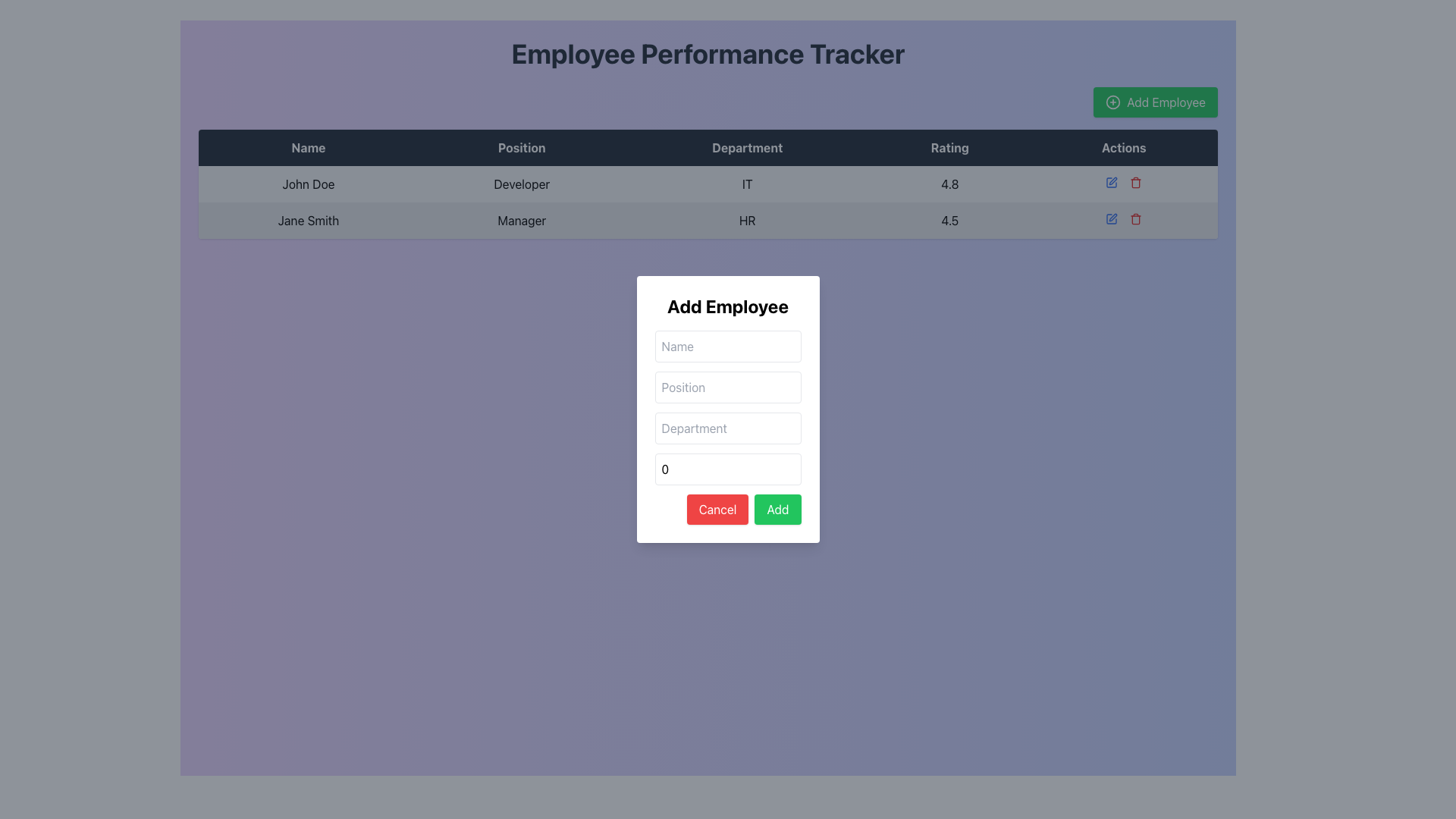 This screenshot has width=1456, height=819. What do you see at coordinates (308, 184) in the screenshot?
I see `text element 'John Doe' which is the first item in the row under the 'Name' column of the table layout` at bounding box center [308, 184].